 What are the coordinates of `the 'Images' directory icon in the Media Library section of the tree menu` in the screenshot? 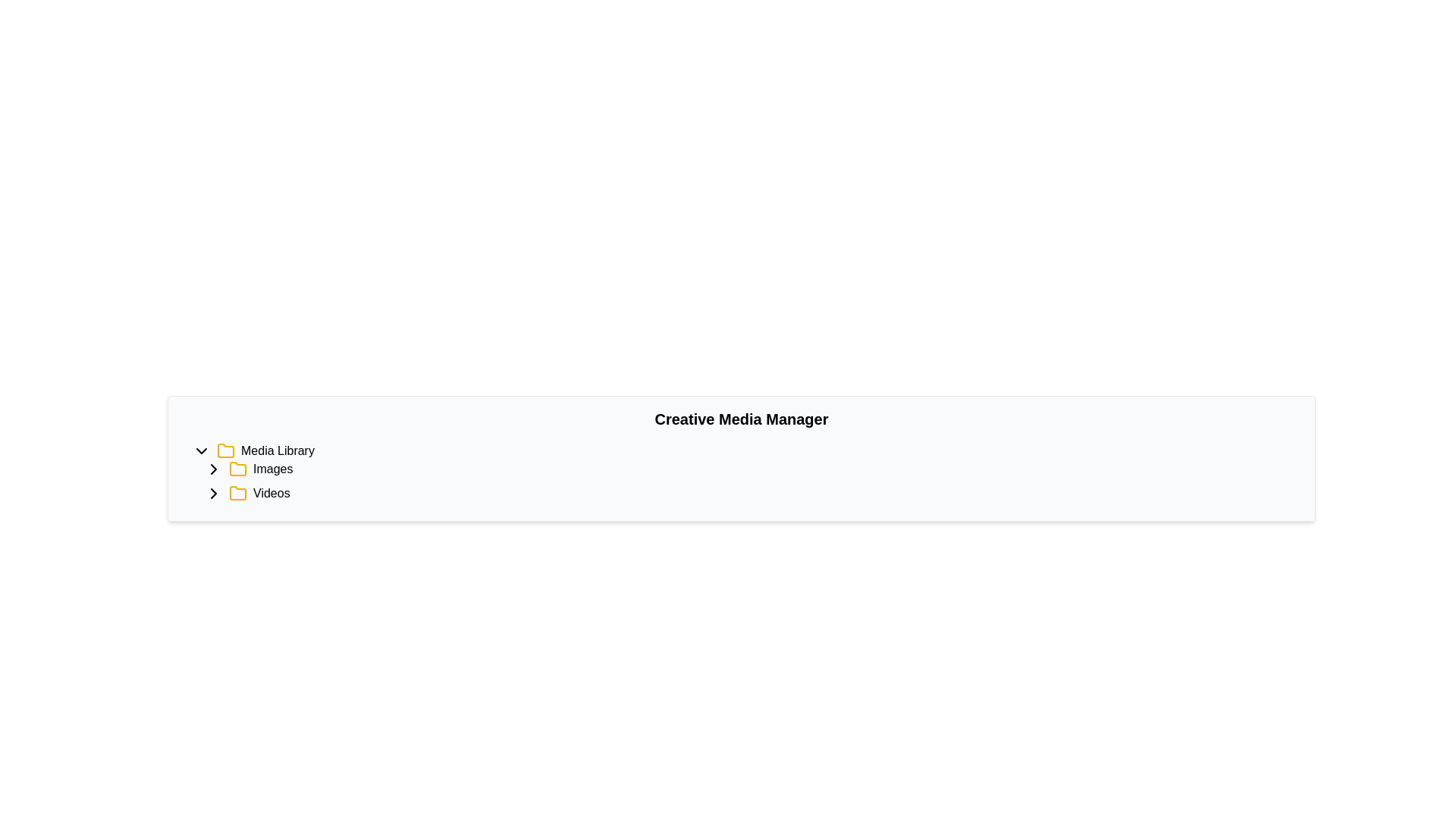 It's located at (237, 467).